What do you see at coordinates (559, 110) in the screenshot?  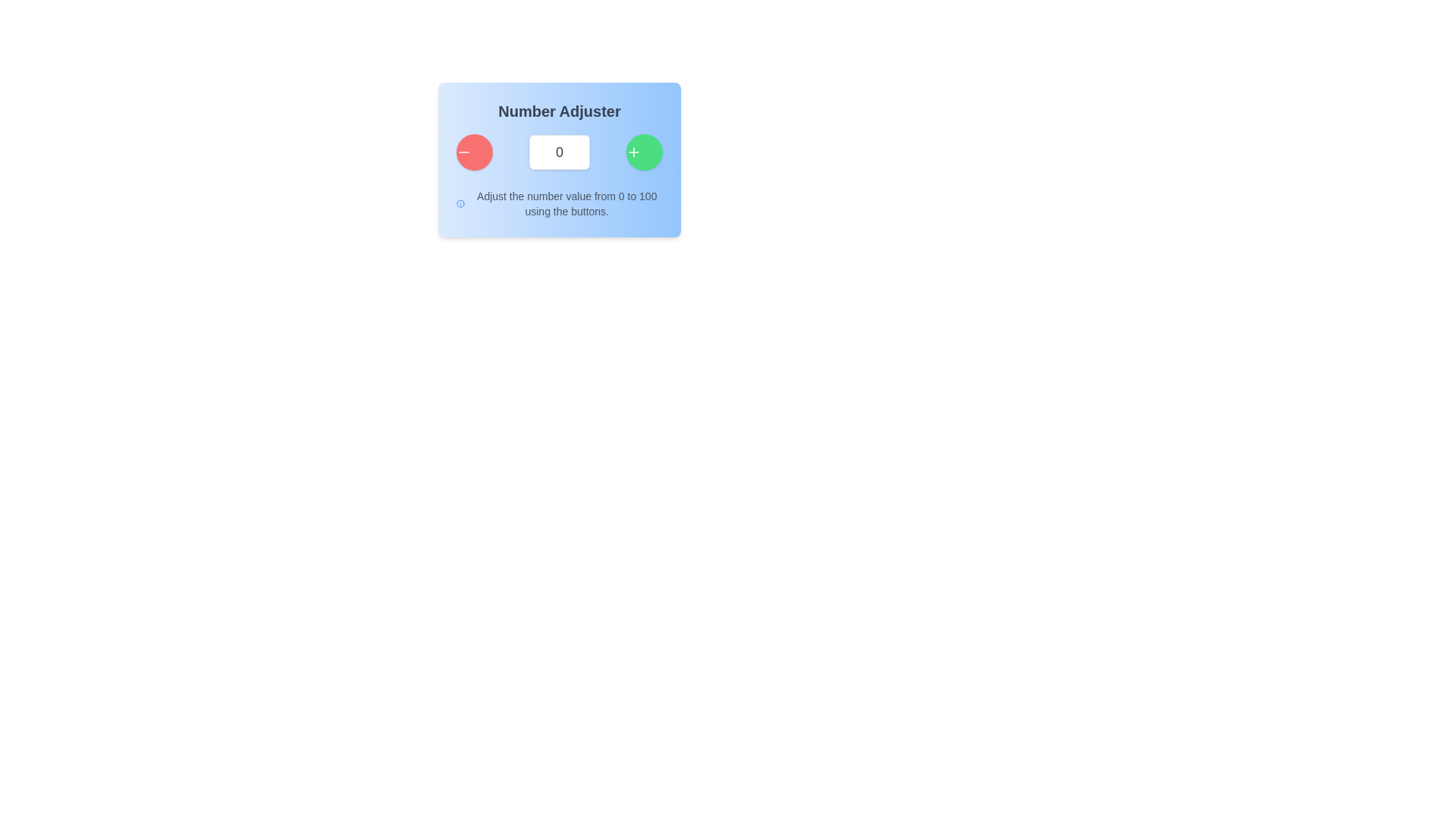 I see `the 'Number Adjuster' text label, which is bold and large, located at the top center of the light blue panel` at bounding box center [559, 110].